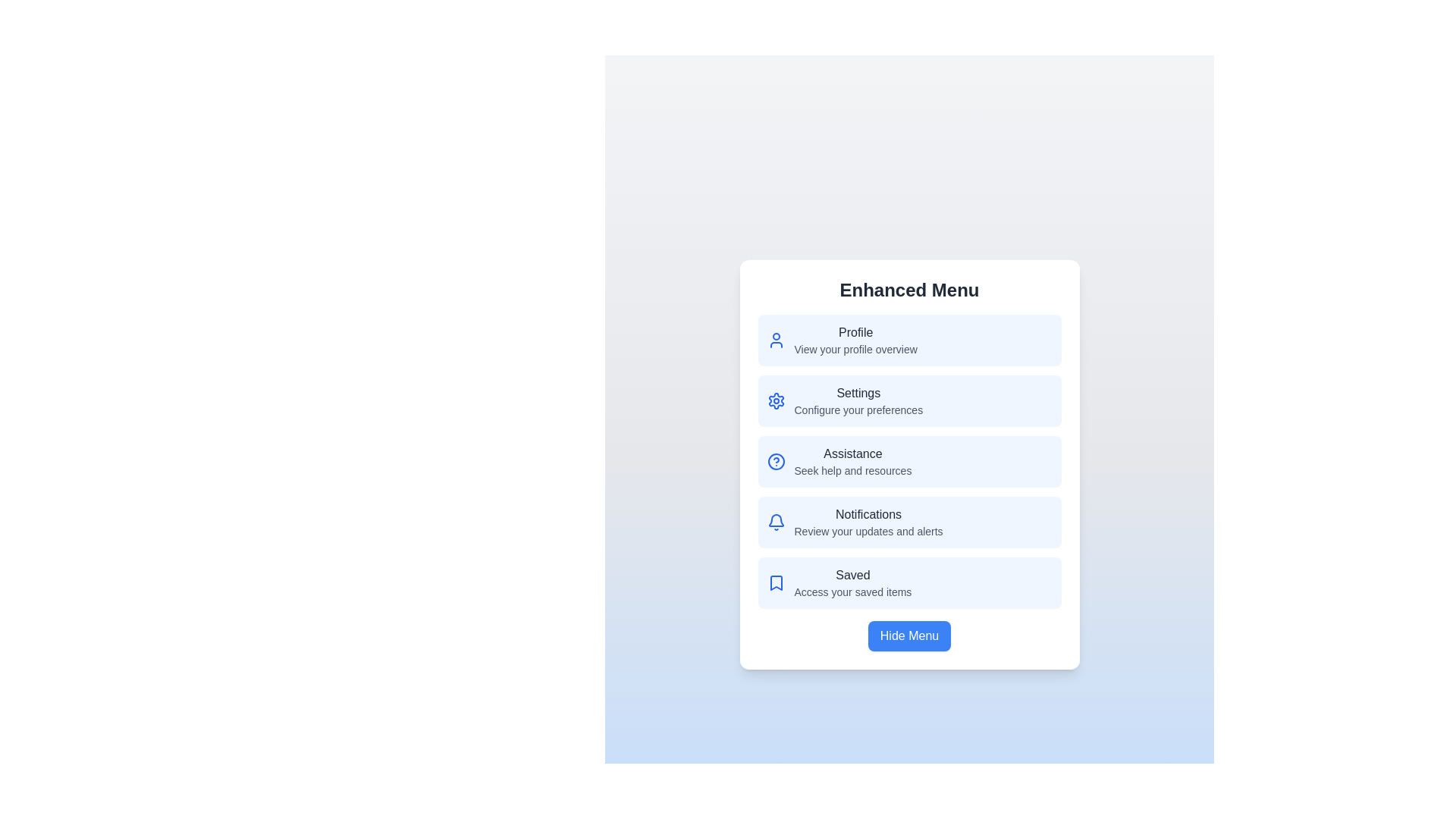  I want to click on the menu item labeled Profile to see its hover effect, so click(909, 339).